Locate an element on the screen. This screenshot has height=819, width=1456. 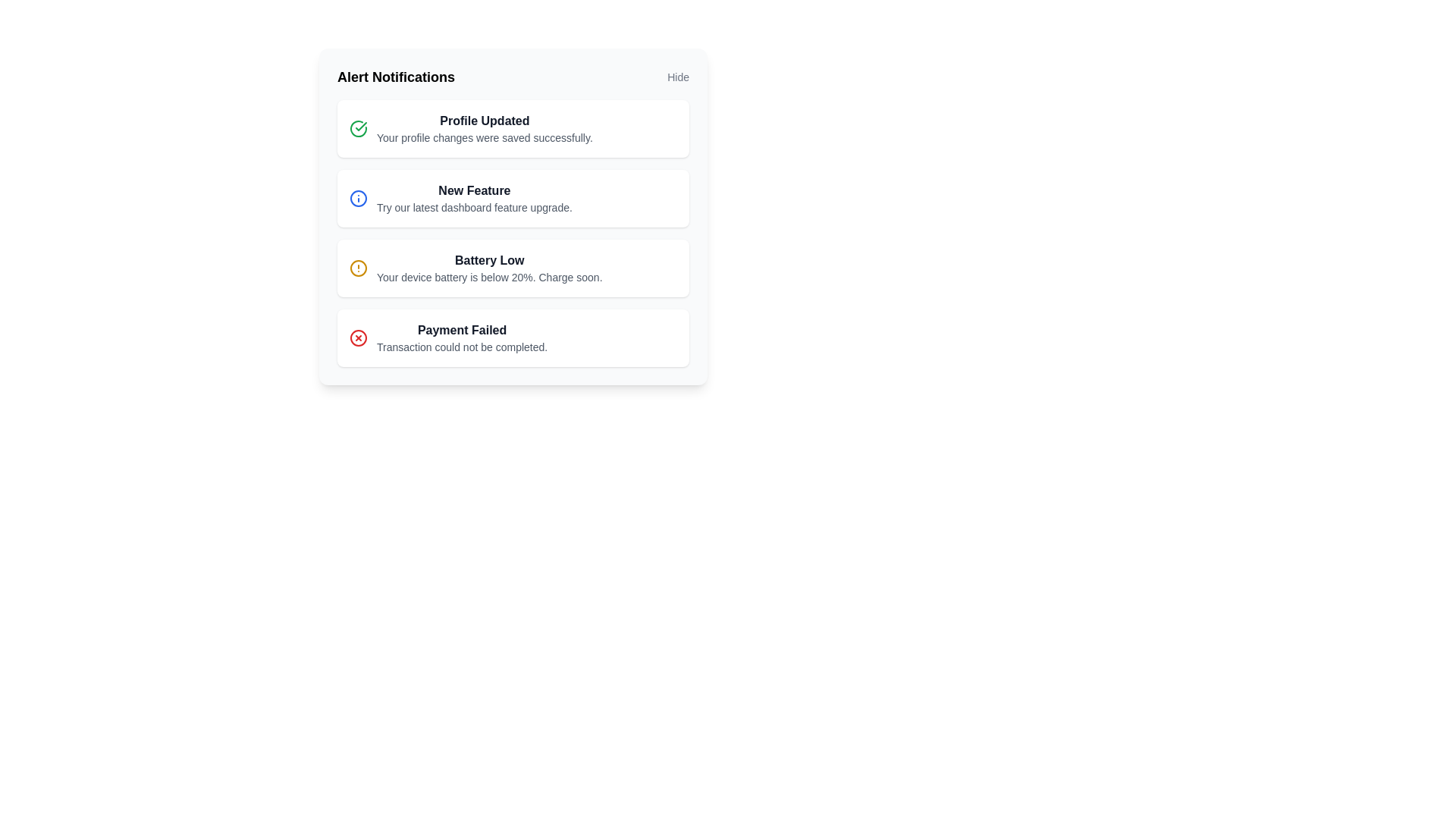
the button located at the top-right corner of the notification panel to hide or collapse the notification panel is located at coordinates (677, 77).